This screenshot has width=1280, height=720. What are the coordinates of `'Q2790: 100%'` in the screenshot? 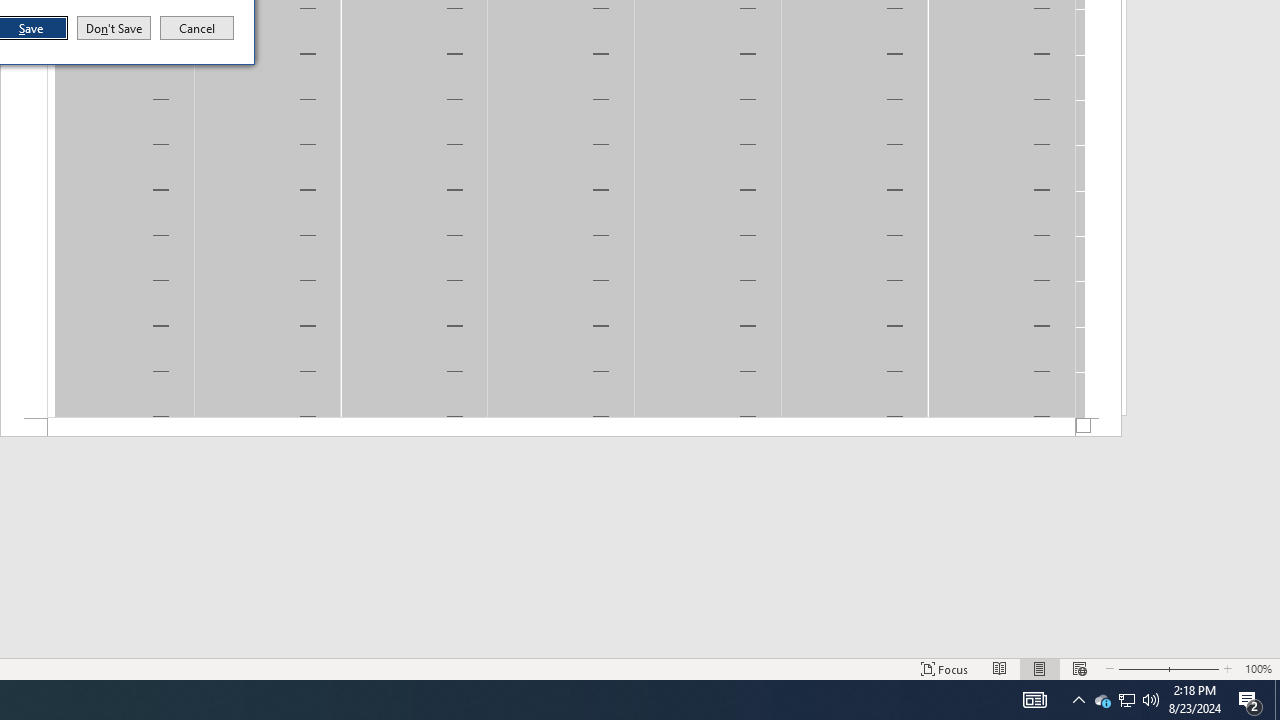 It's located at (1195, 669).